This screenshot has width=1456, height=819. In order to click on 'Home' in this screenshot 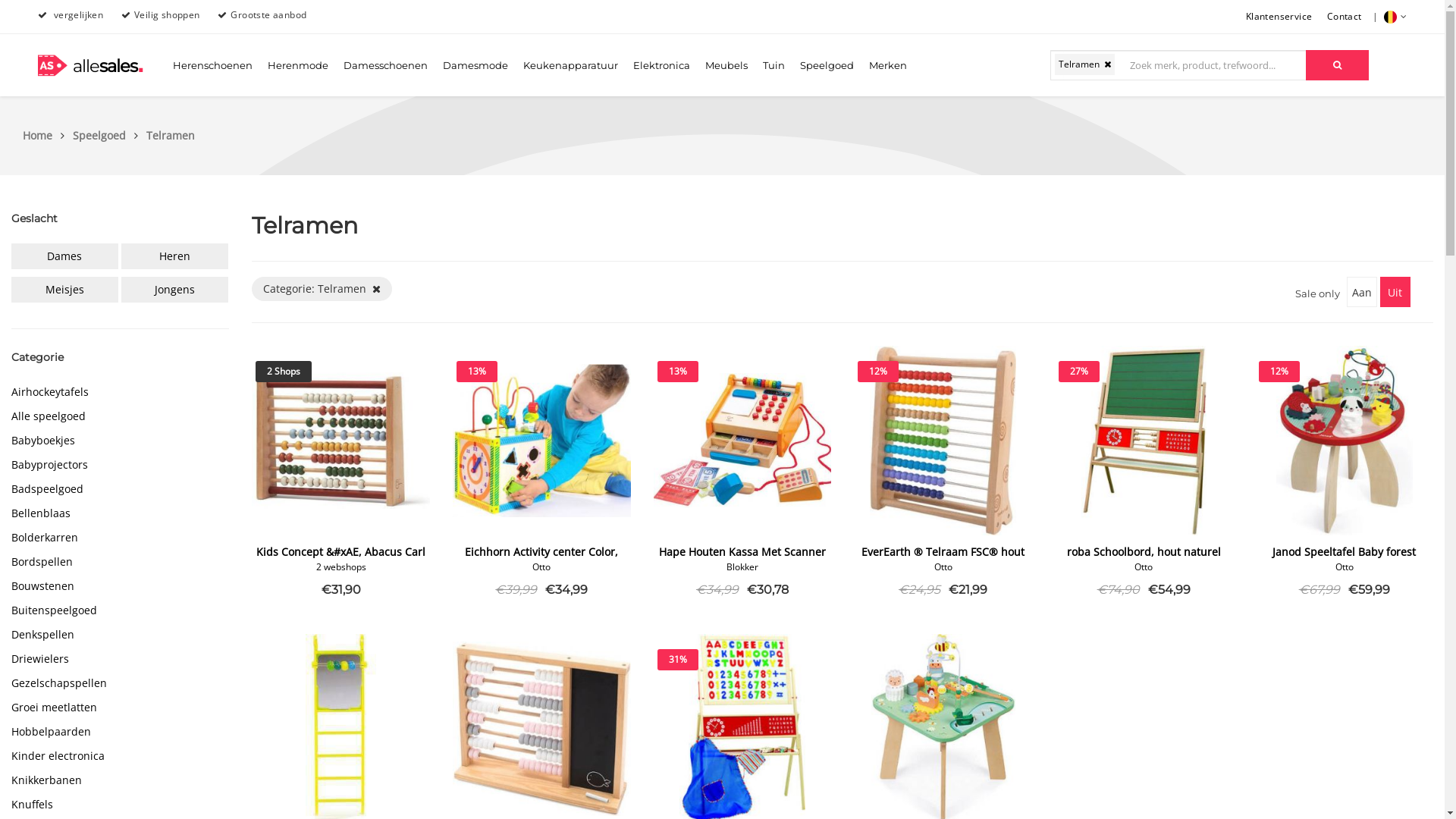, I will do `click(46, 134)`.